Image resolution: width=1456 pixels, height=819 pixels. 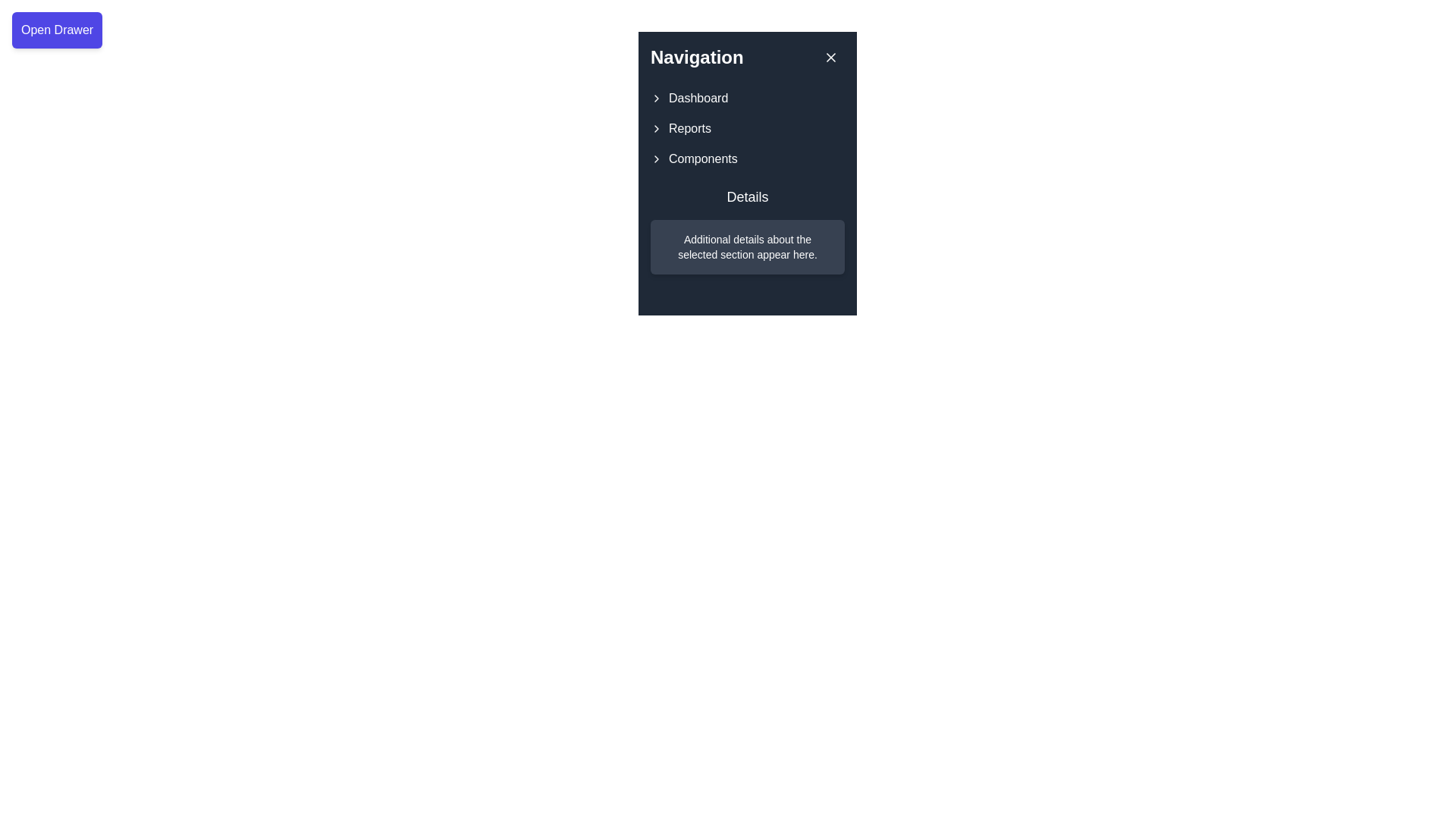 I want to click on the chevron or arrow icon, so click(x=656, y=127).